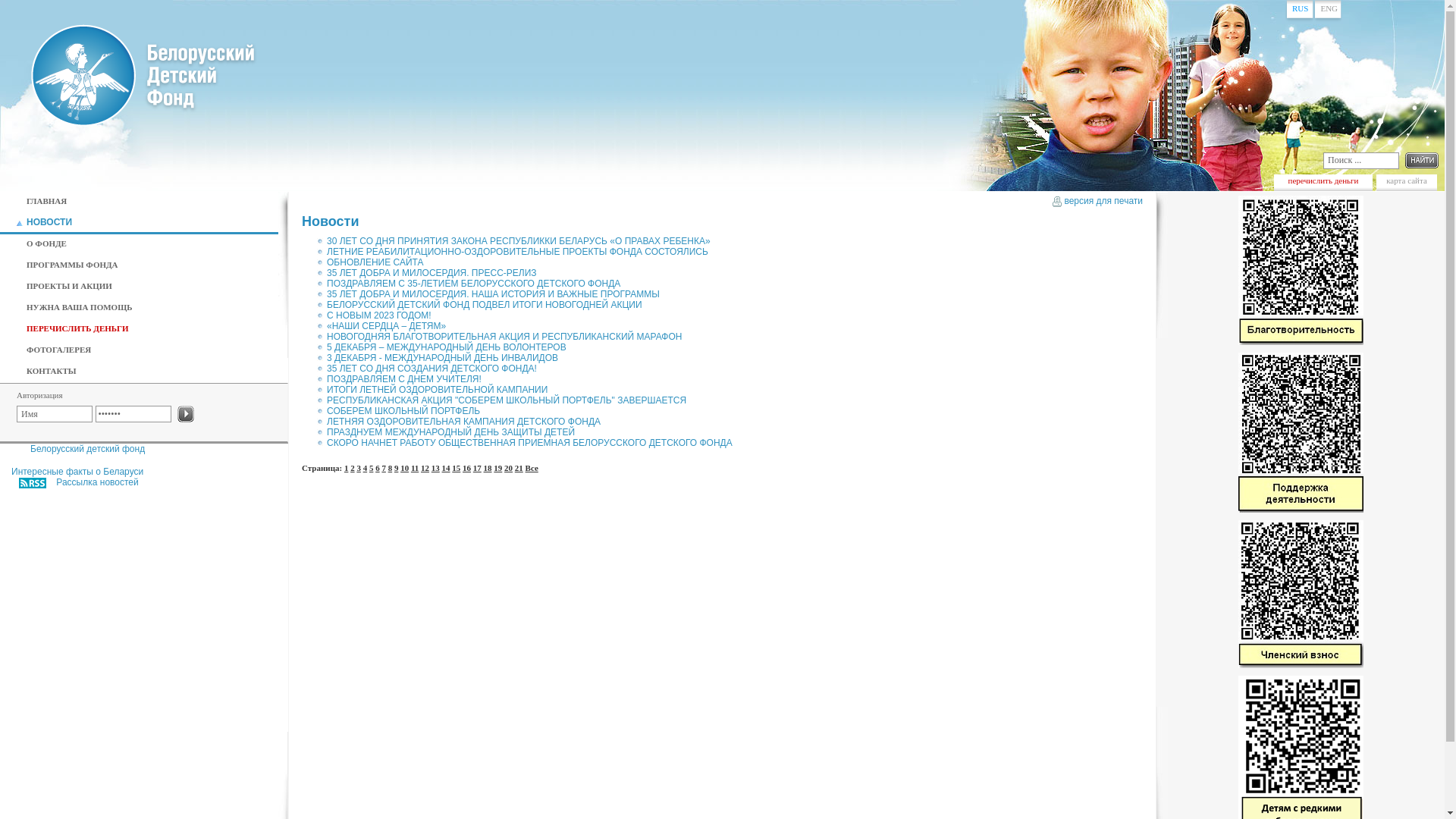 The width and height of the screenshot is (1456, 819). I want to click on '13', so click(435, 463).